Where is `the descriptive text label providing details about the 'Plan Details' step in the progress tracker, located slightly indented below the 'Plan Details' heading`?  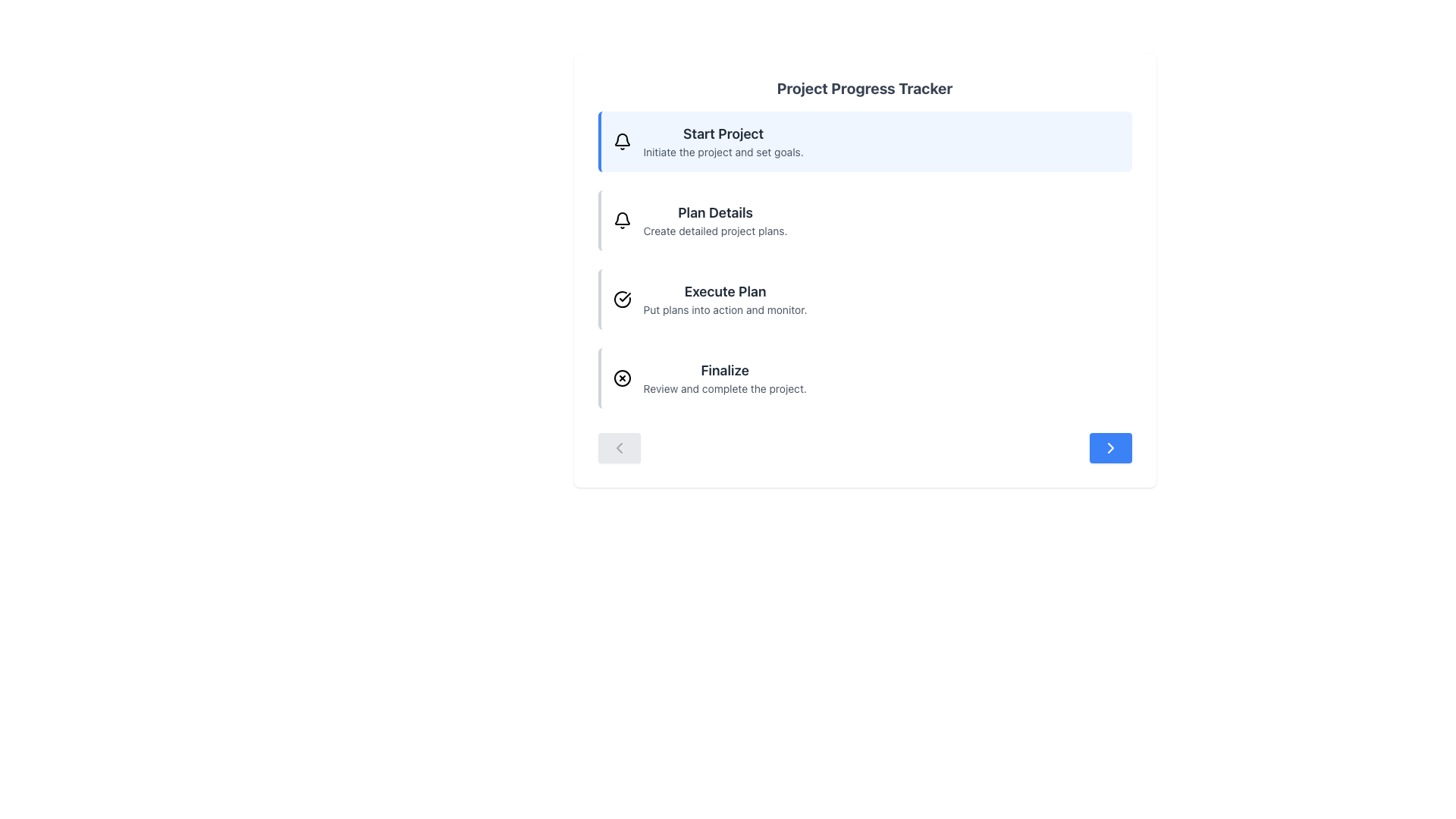
the descriptive text label providing details about the 'Plan Details' step in the progress tracker, located slightly indented below the 'Plan Details' heading is located at coordinates (714, 231).